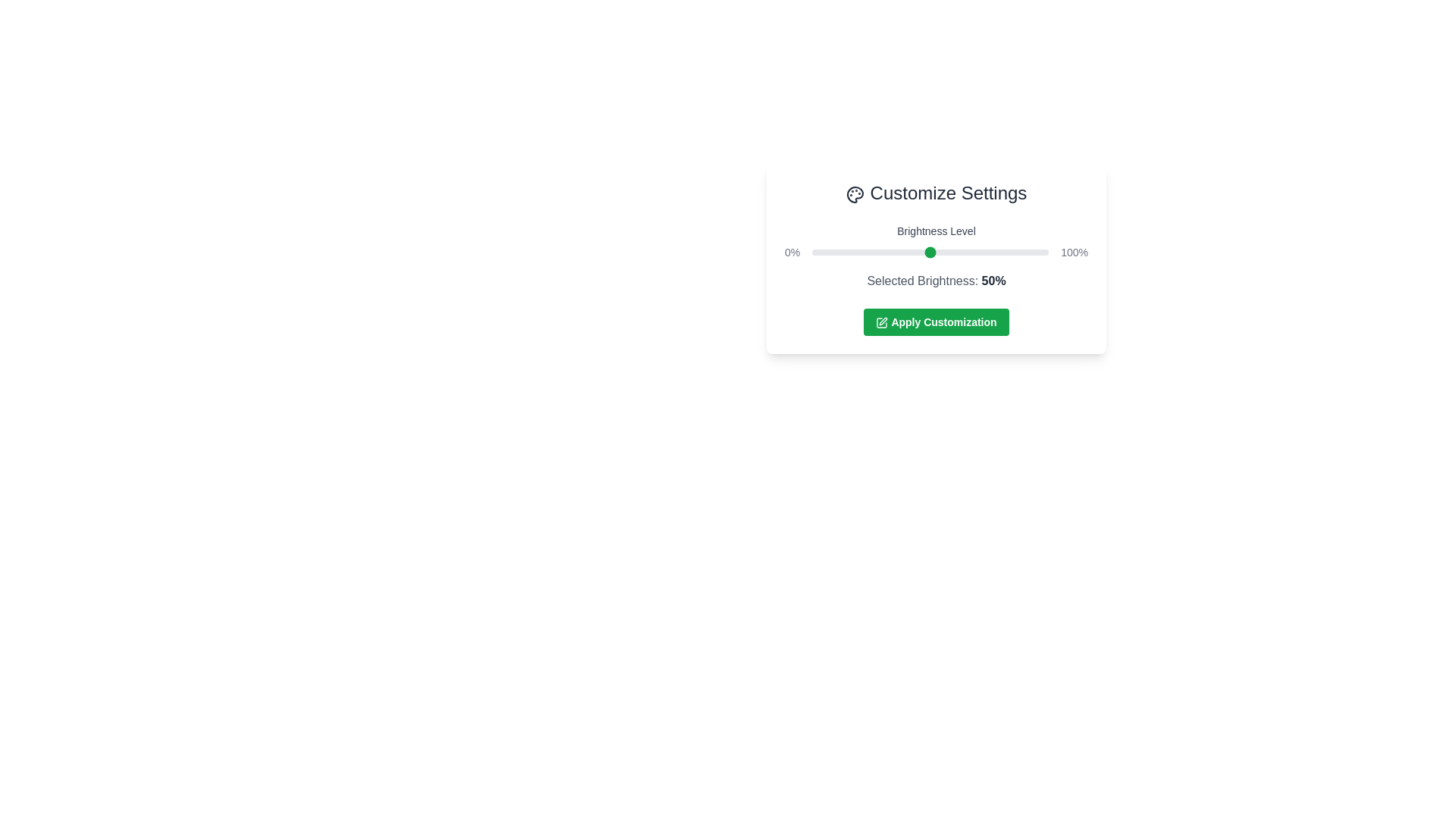  Describe the element at coordinates (1030, 251) in the screenshot. I see `the brightness` at that location.